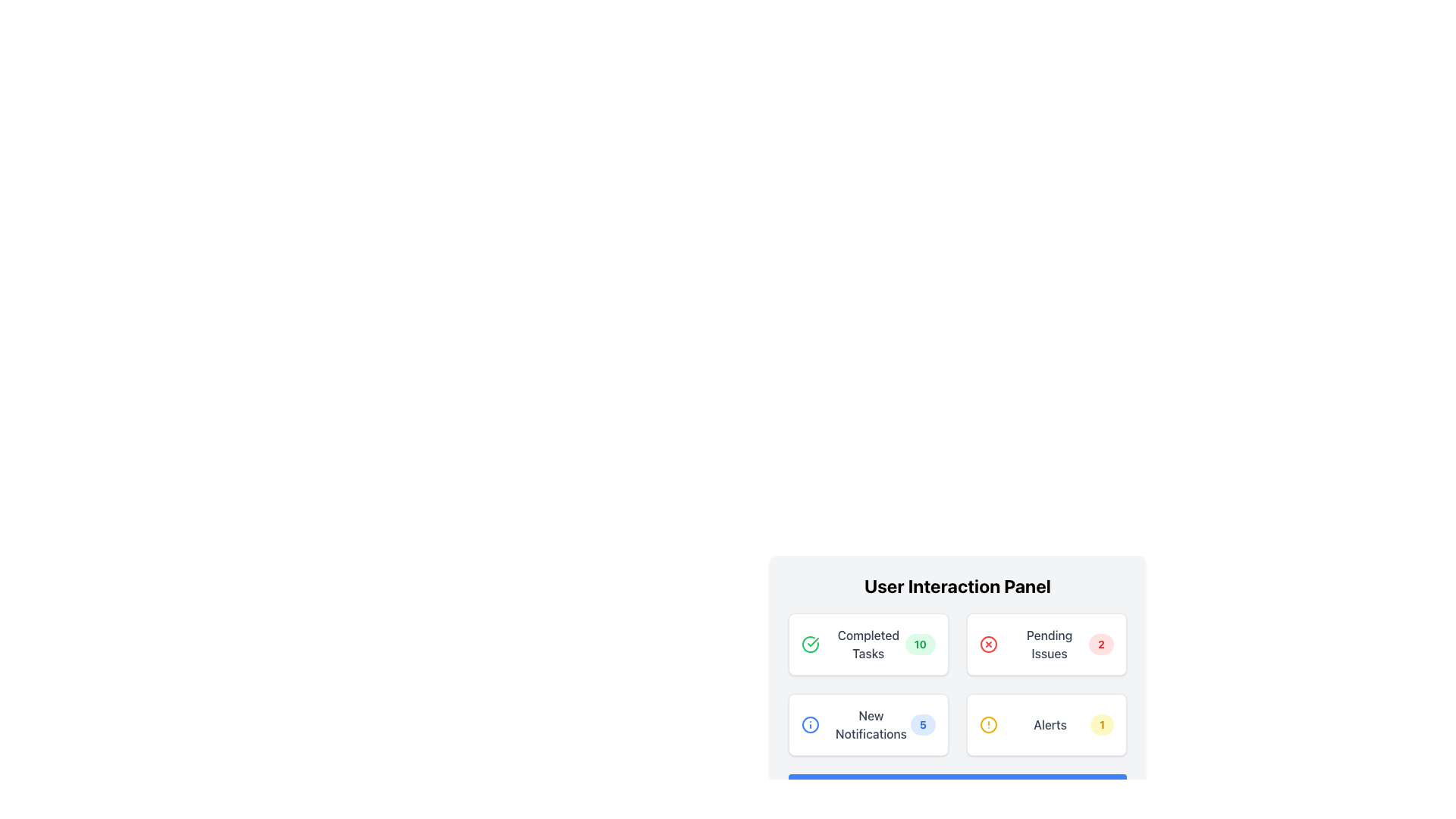  Describe the element at coordinates (1049, 644) in the screenshot. I see `the 'Pending Issues' text label, which is centrally positioned within a card with rounded borders in the bottom-right quadrant of the interface` at that location.